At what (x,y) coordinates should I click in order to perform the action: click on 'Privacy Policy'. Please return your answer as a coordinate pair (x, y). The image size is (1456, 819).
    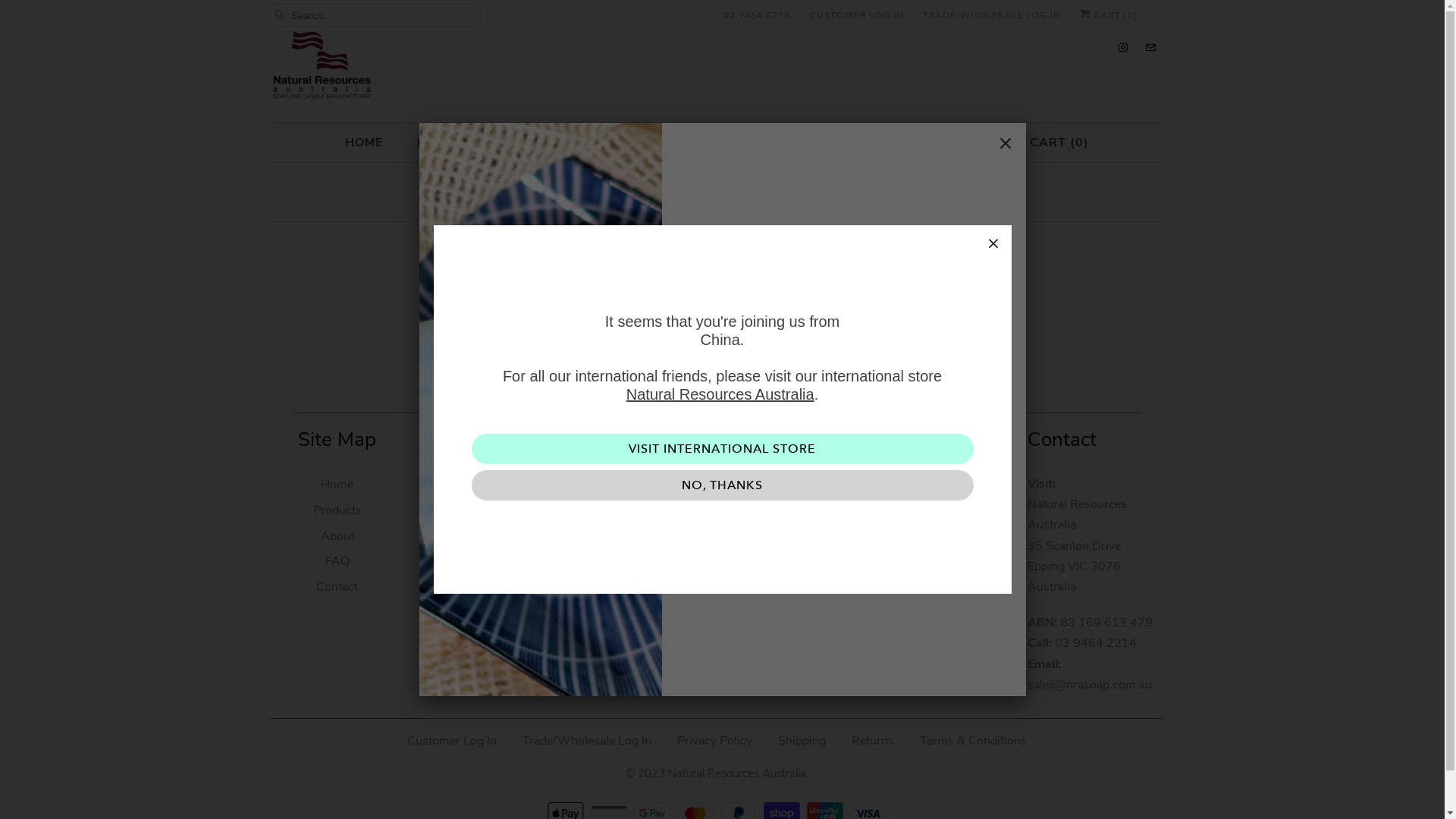
    Looking at the image, I should click on (713, 739).